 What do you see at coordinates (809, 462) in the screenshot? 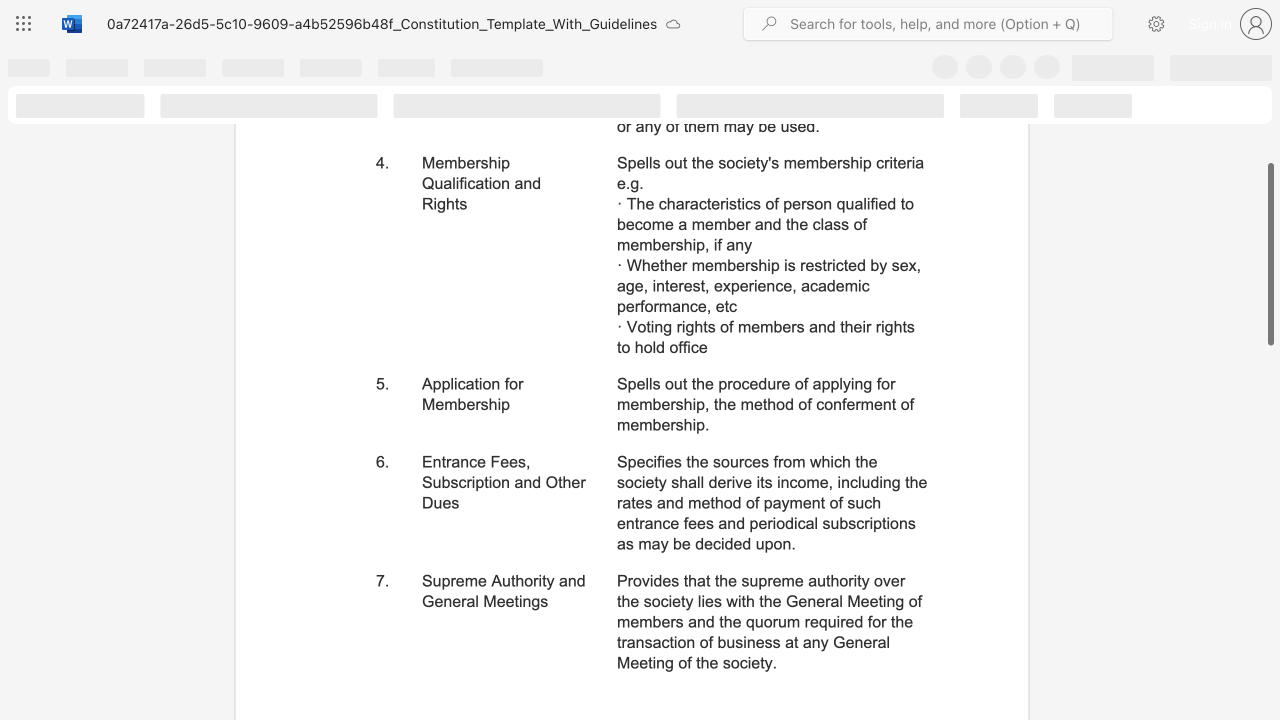
I see `the subset text "which the society shall derive its income, including the rates and method of pa" within the text "Specifies the sources from which the society shall derive its income, including the rates and method of payment of such entrance fees and periodical subscriptions as may be decided upon."` at bounding box center [809, 462].